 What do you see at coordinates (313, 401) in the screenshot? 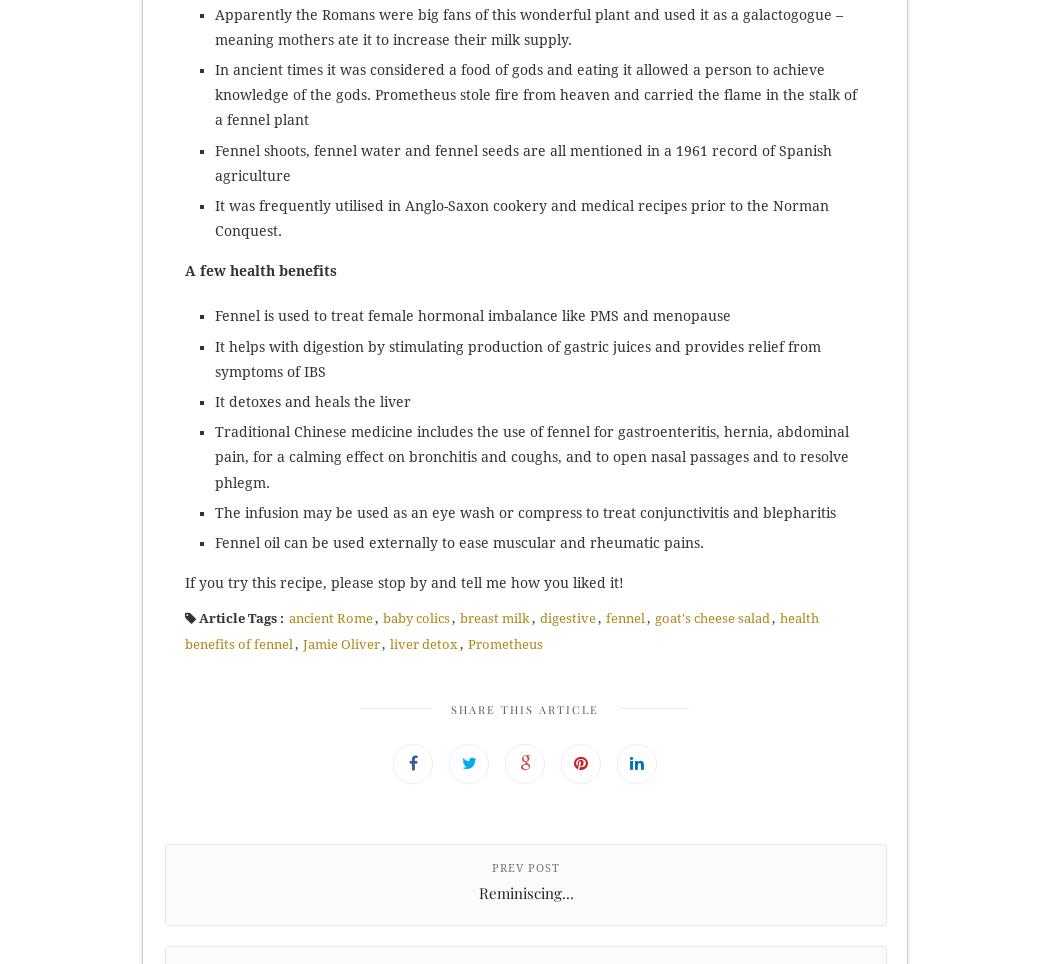
I see `'It detoxes and heals the liver'` at bounding box center [313, 401].